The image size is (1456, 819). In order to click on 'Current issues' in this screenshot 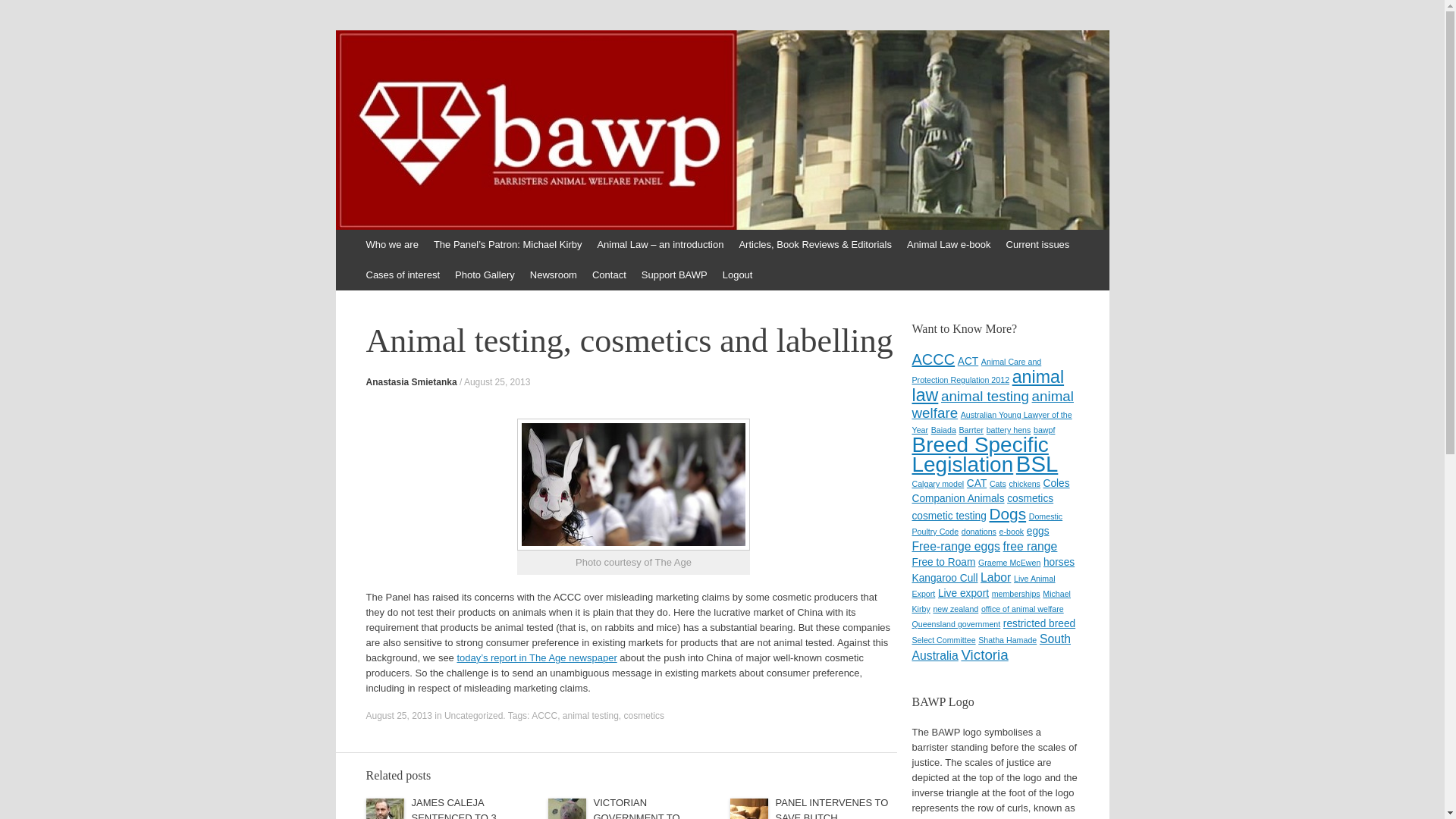, I will do `click(1037, 244)`.